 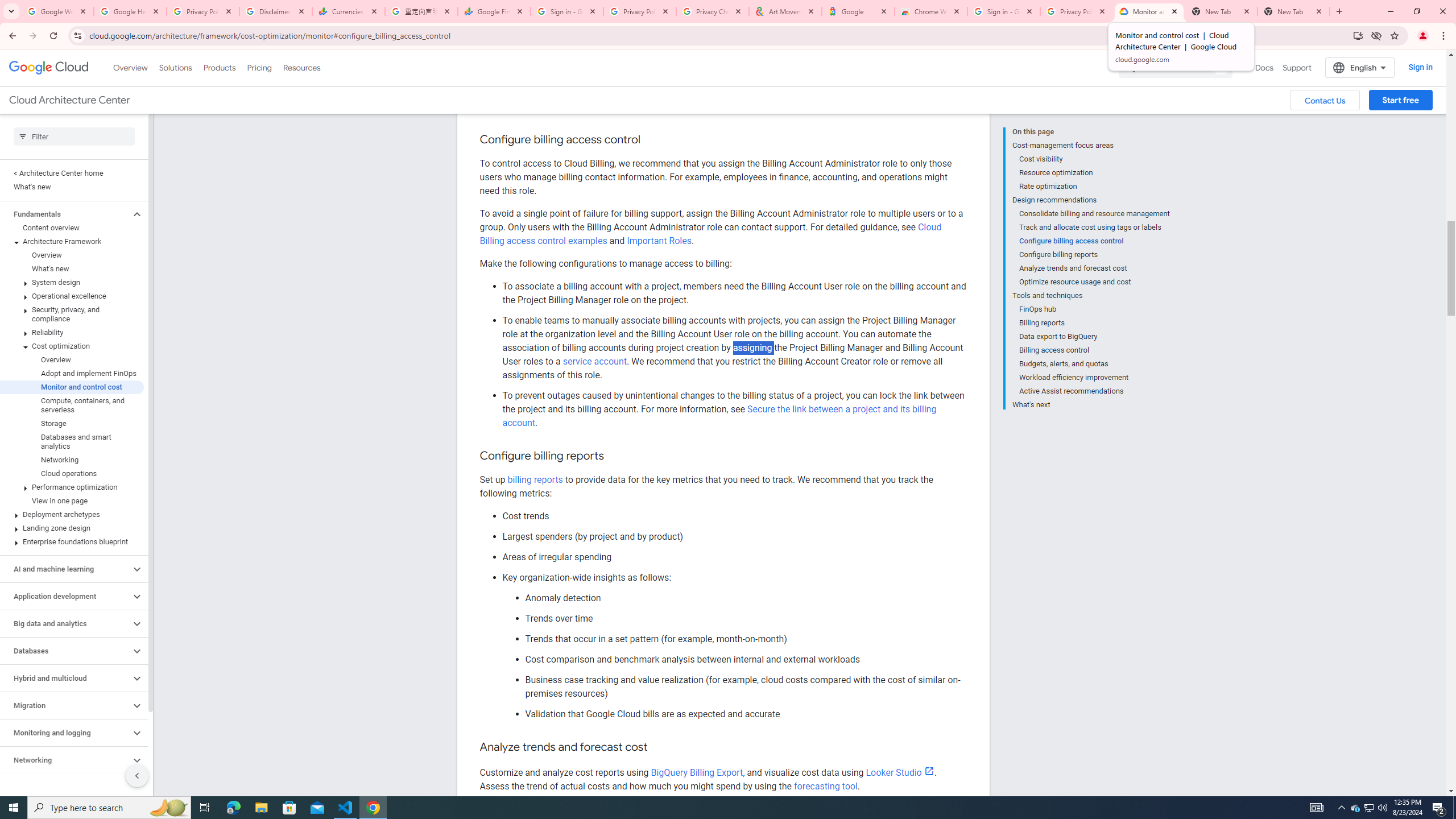 I want to click on 'New Tab', so click(x=1293, y=11).